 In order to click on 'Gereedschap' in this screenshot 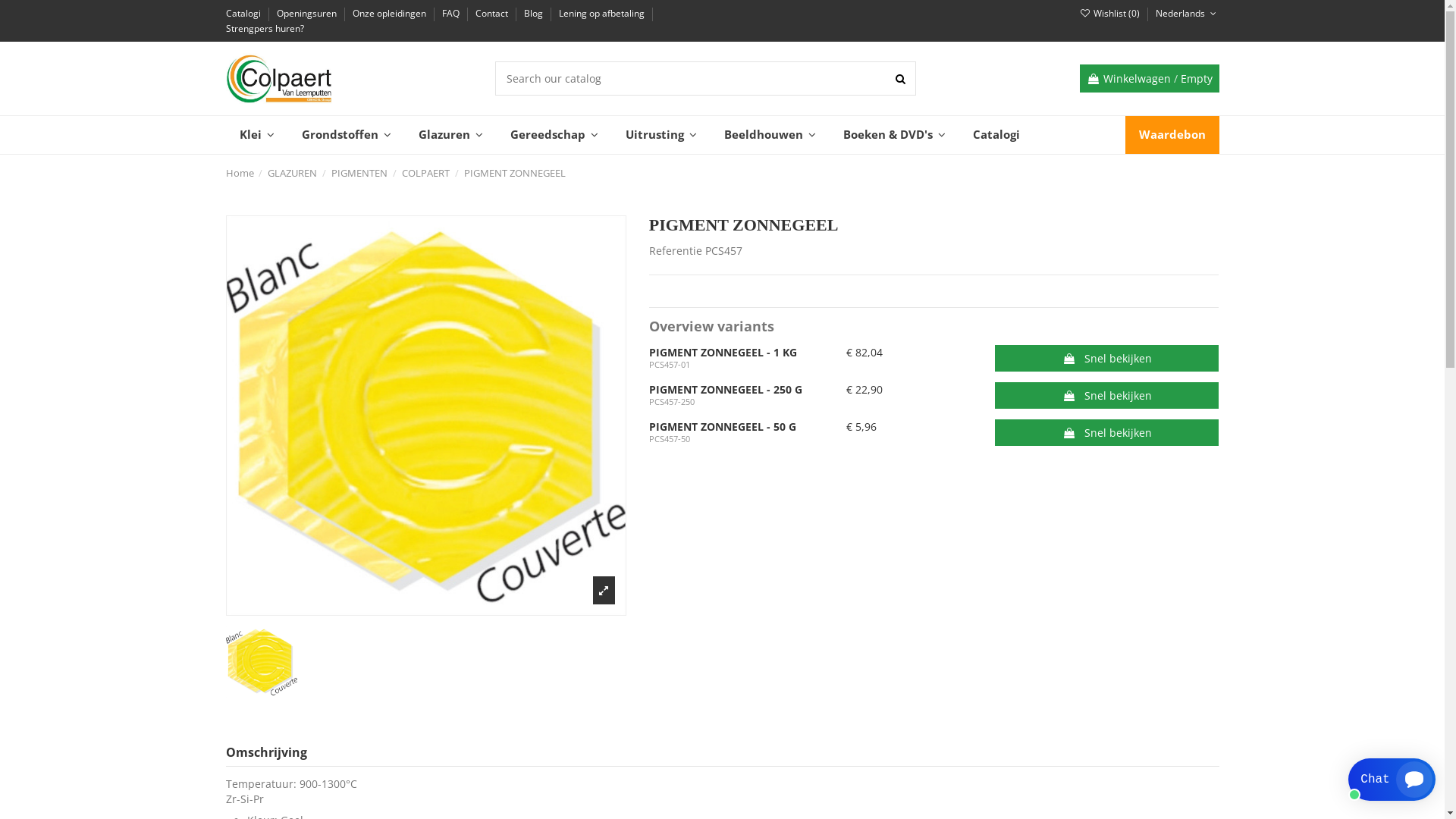, I will do `click(552, 133)`.